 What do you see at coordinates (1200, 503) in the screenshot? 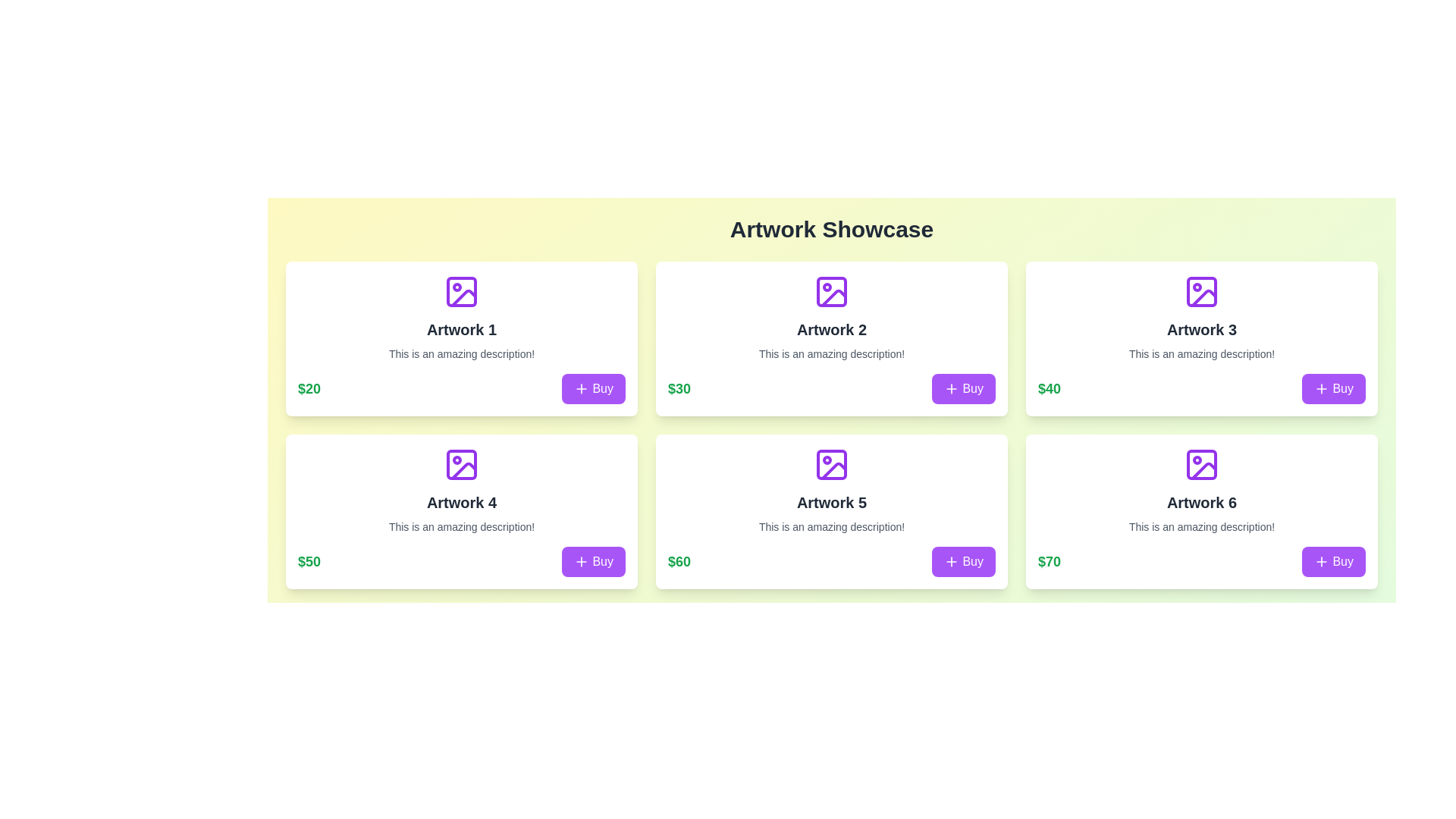
I see `the title text located in the bottom-right card of the 2x3 grid layout, which is positioned above the description text and pricing information` at bounding box center [1200, 503].